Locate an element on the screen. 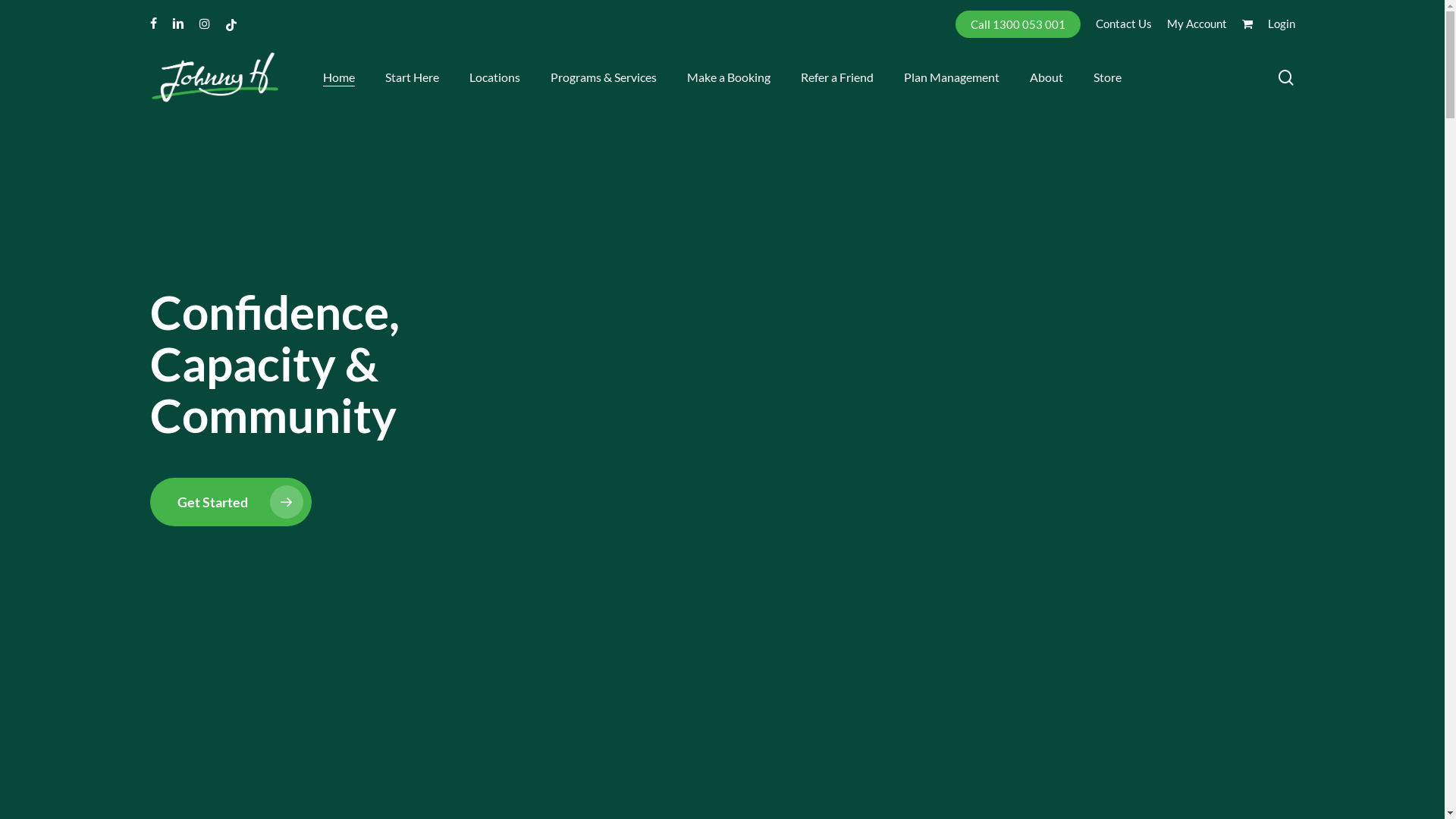  'Home' is located at coordinates (337, 77).